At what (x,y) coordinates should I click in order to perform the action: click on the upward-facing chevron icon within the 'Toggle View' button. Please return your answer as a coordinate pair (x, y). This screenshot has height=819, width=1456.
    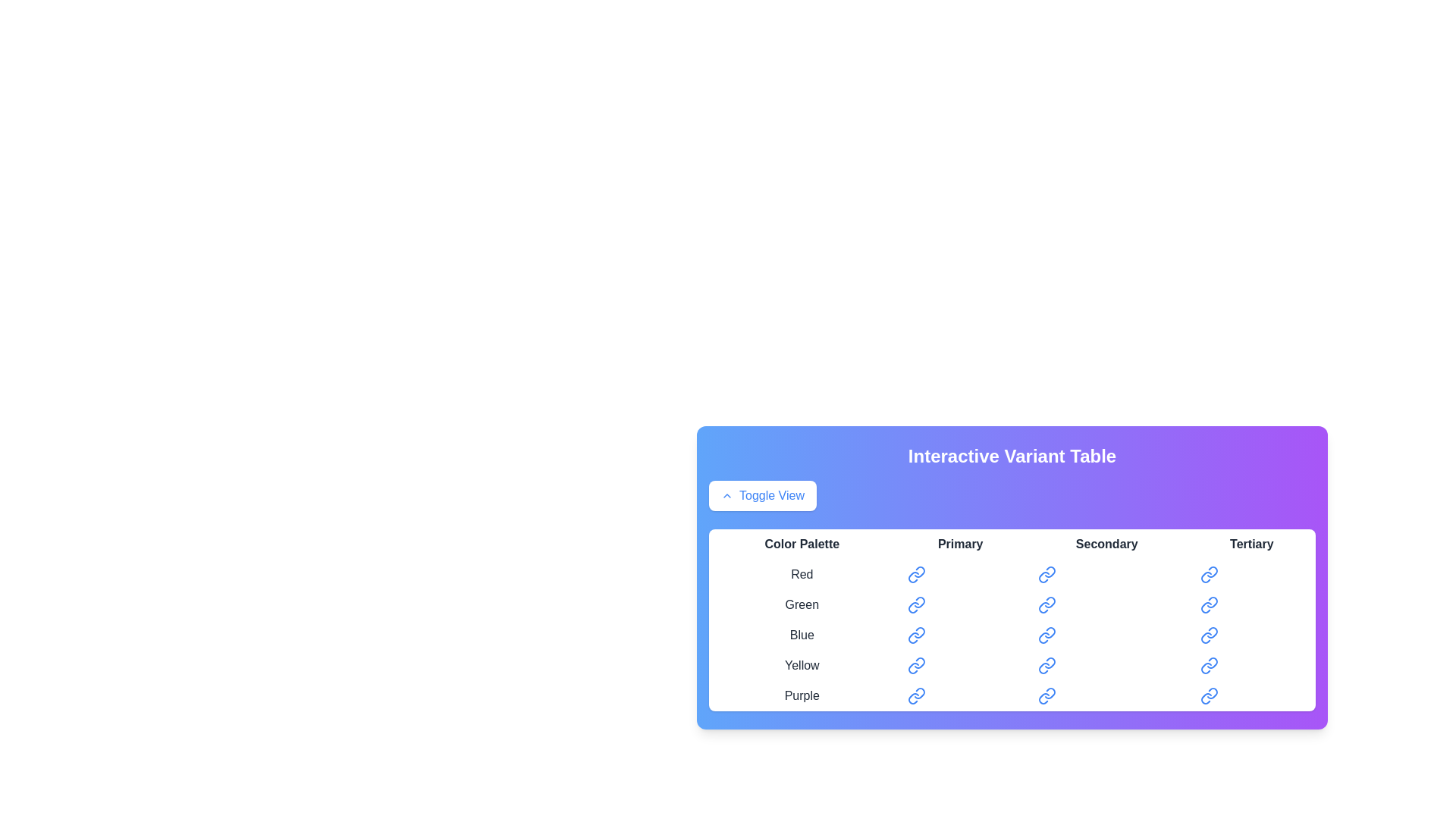
    Looking at the image, I should click on (726, 496).